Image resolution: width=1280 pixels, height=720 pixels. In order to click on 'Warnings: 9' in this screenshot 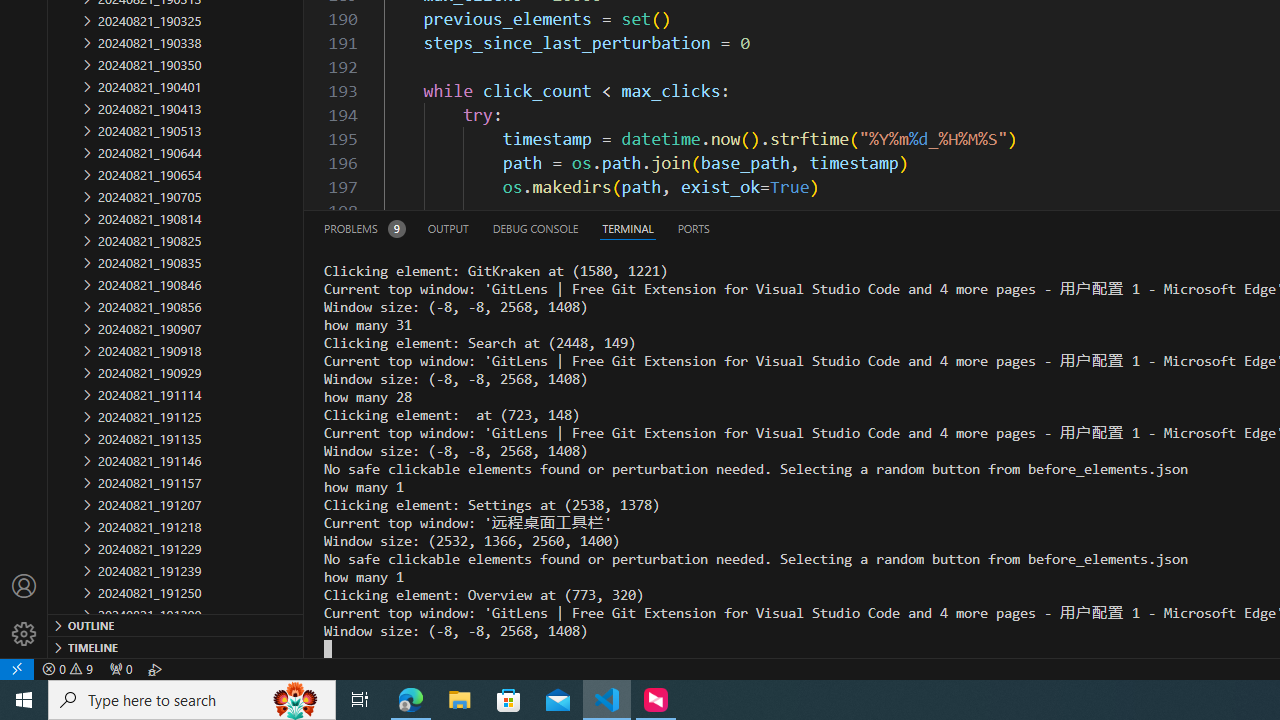, I will do `click(67, 668)`.